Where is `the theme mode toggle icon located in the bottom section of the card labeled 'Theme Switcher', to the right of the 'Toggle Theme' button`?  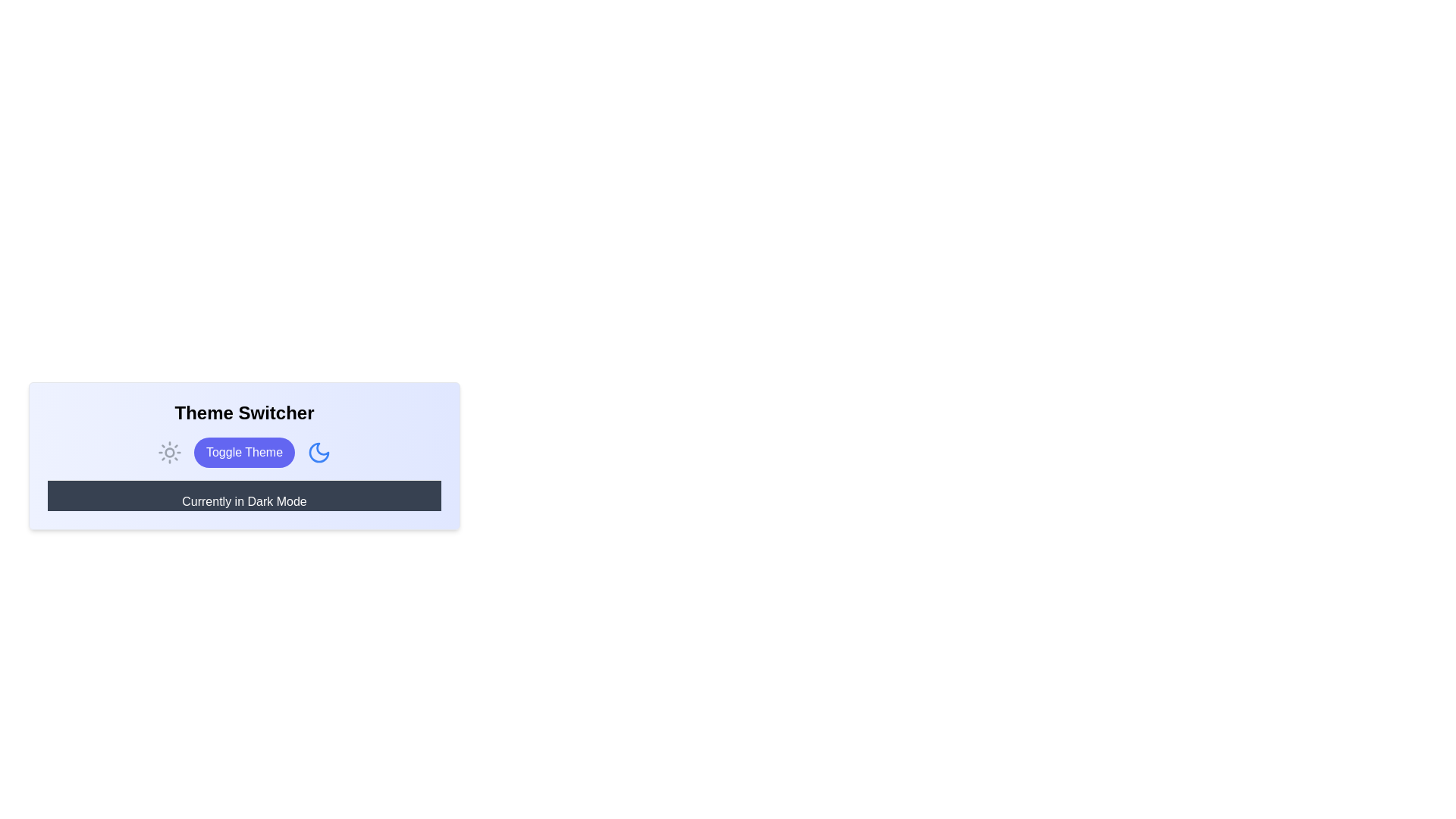 the theme mode toggle icon located in the bottom section of the card labeled 'Theme Switcher', to the right of the 'Toggle Theme' button is located at coordinates (318, 452).